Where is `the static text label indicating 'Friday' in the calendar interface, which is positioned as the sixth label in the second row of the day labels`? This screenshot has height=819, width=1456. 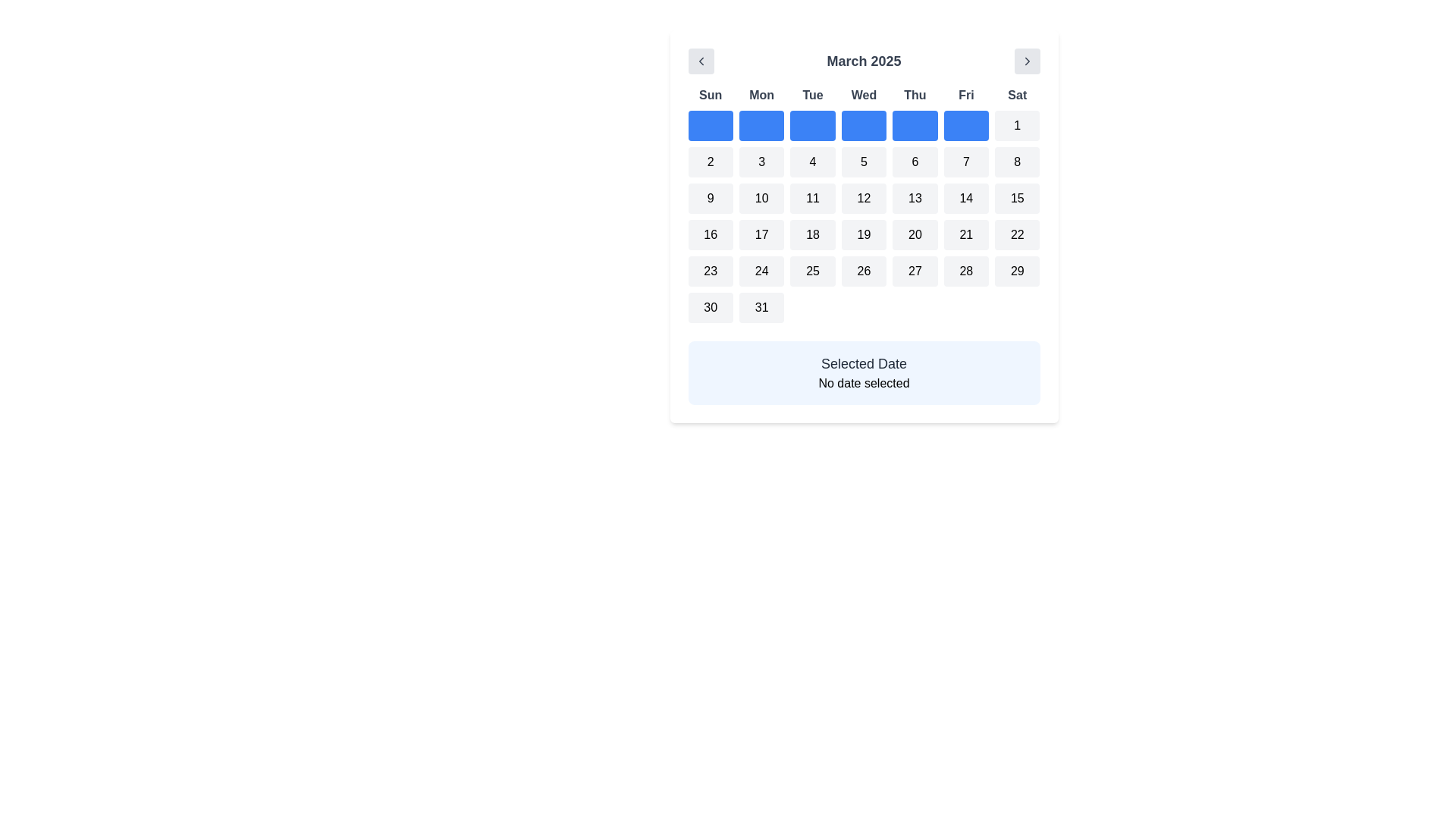
the static text label indicating 'Friday' in the calendar interface, which is positioned as the sixth label in the second row of the day labels is located at coordinates (965, 96).